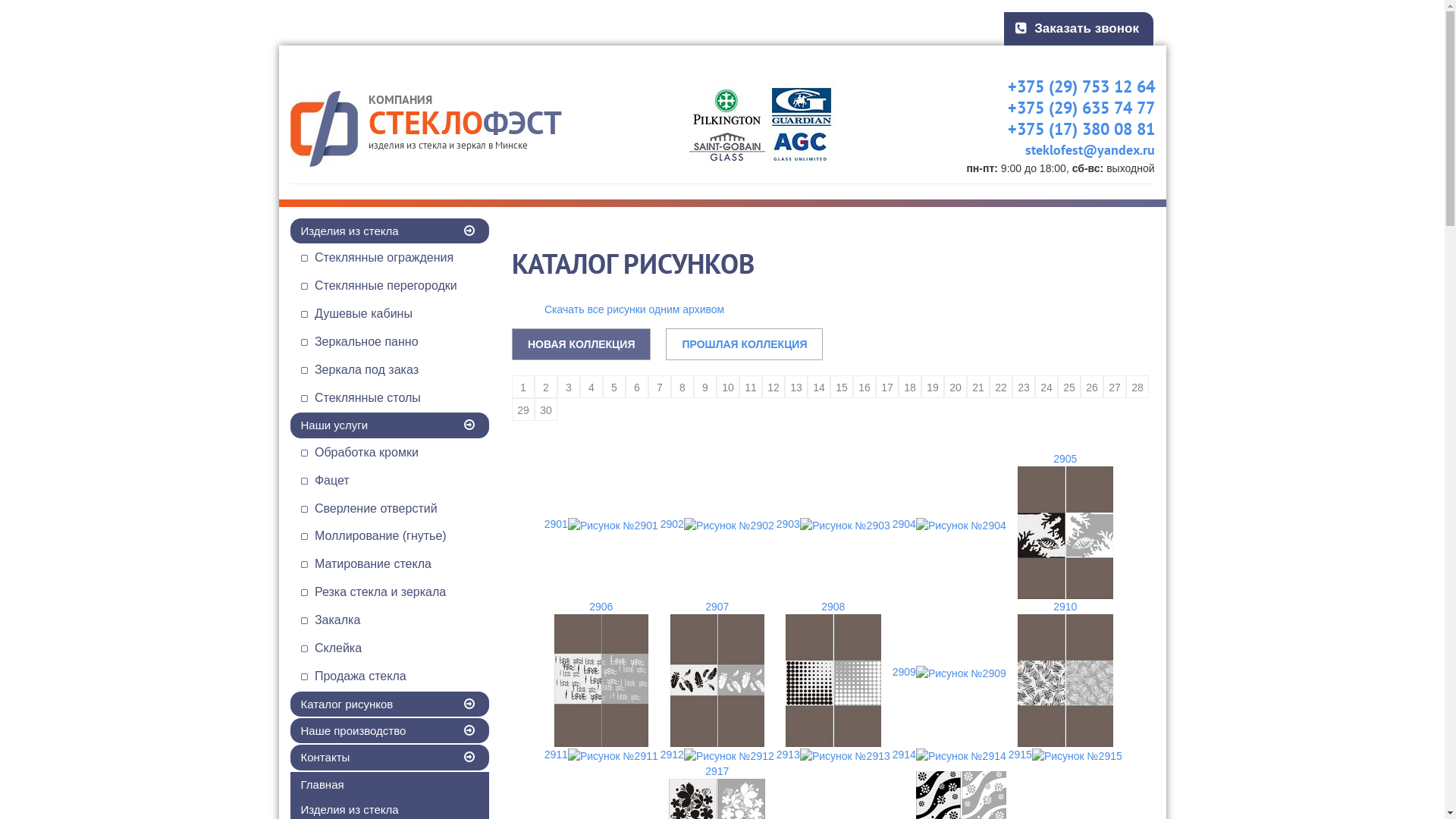 The width and height of the screenshot is (1456, 819). What do you see at coordinates (1067, 107) in the screenshot?
I see `'+375 (29) 635 74 77'` at bounding box center [1067, 107].